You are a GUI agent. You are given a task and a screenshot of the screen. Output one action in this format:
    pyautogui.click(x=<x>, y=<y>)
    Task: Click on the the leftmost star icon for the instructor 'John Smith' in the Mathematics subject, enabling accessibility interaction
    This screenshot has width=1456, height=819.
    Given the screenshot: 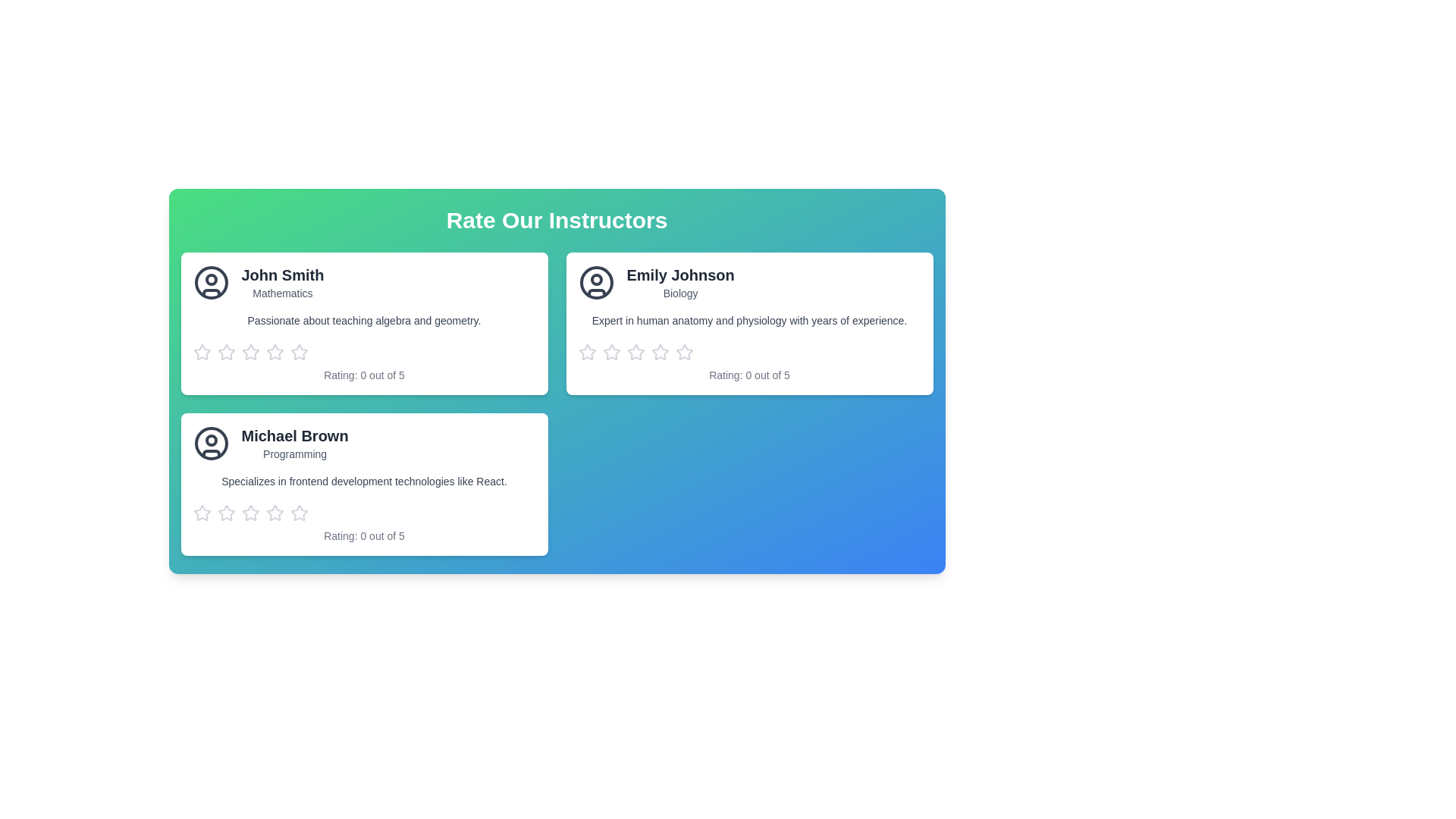 What is the action you would take?
    pyautogui.click(x=201, y=352)
    